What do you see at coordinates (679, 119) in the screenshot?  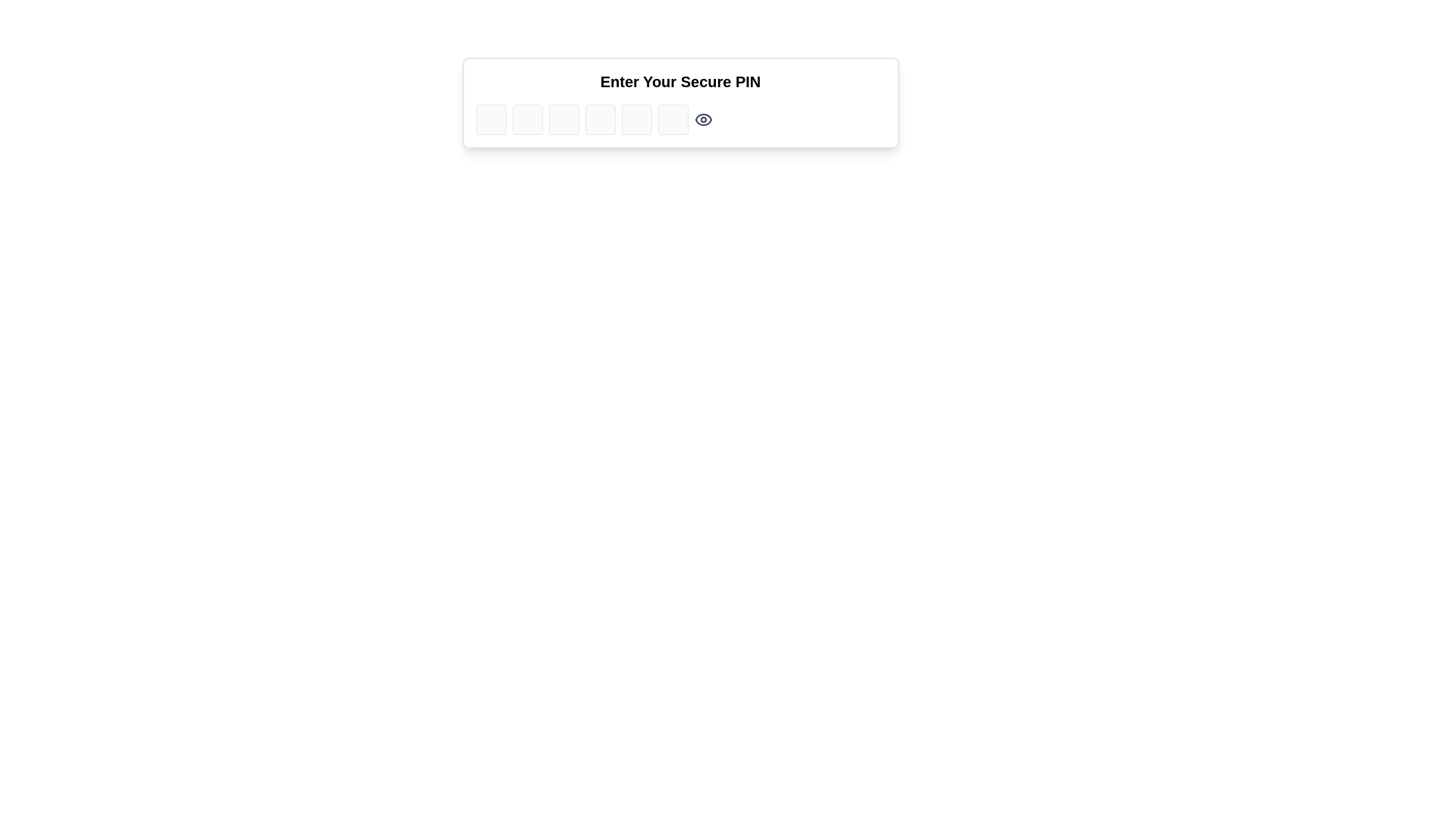 I see `the first input field of the PIN entry component for focus effects, which consists of six input fields styled as small squares` at bounding box center [679, 119].